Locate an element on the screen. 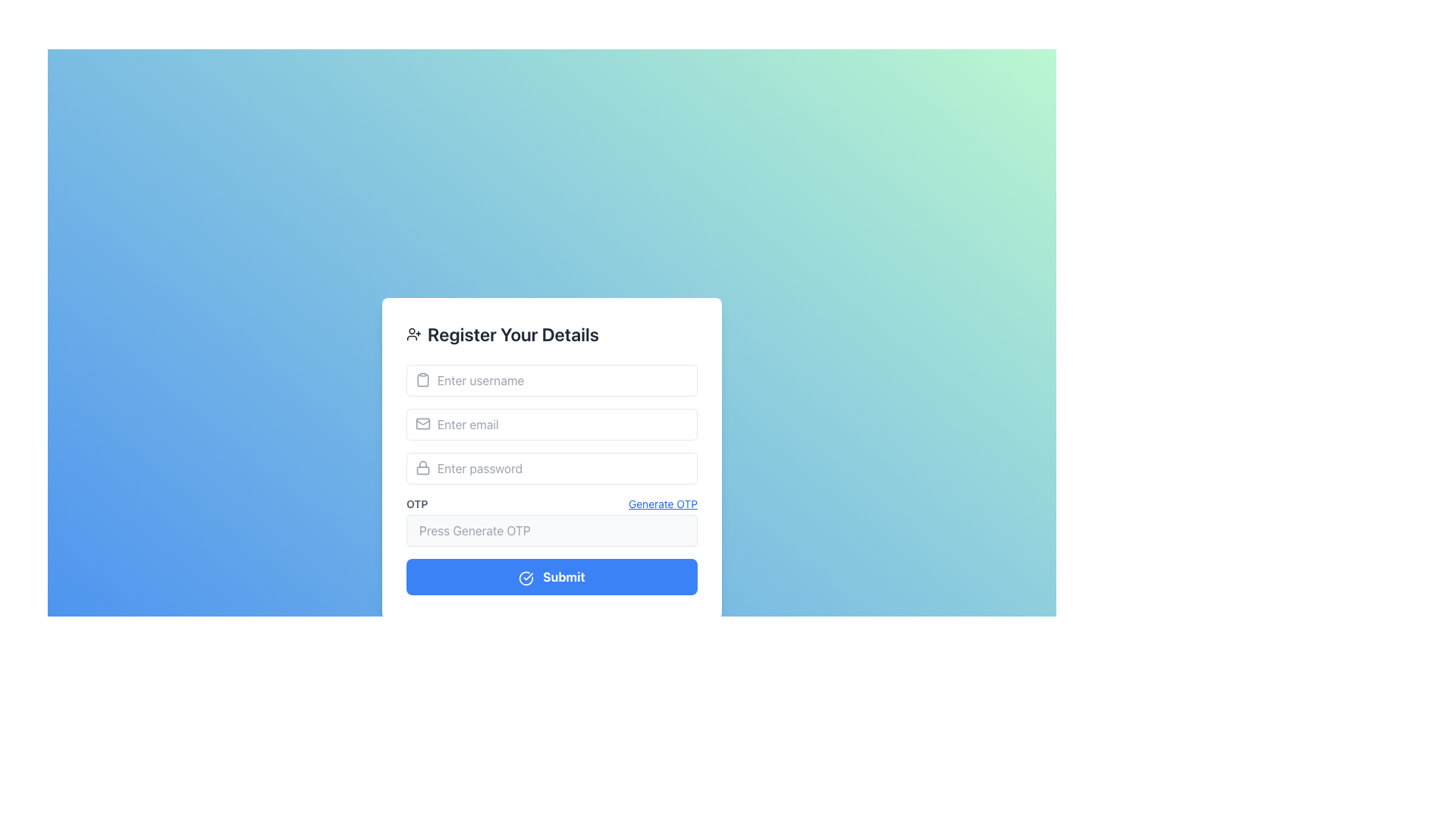 The height and width of the screenshot is (819, 1456). the decorative clipboard icon located to the left of the username input field is located at coordinates (422, 379).